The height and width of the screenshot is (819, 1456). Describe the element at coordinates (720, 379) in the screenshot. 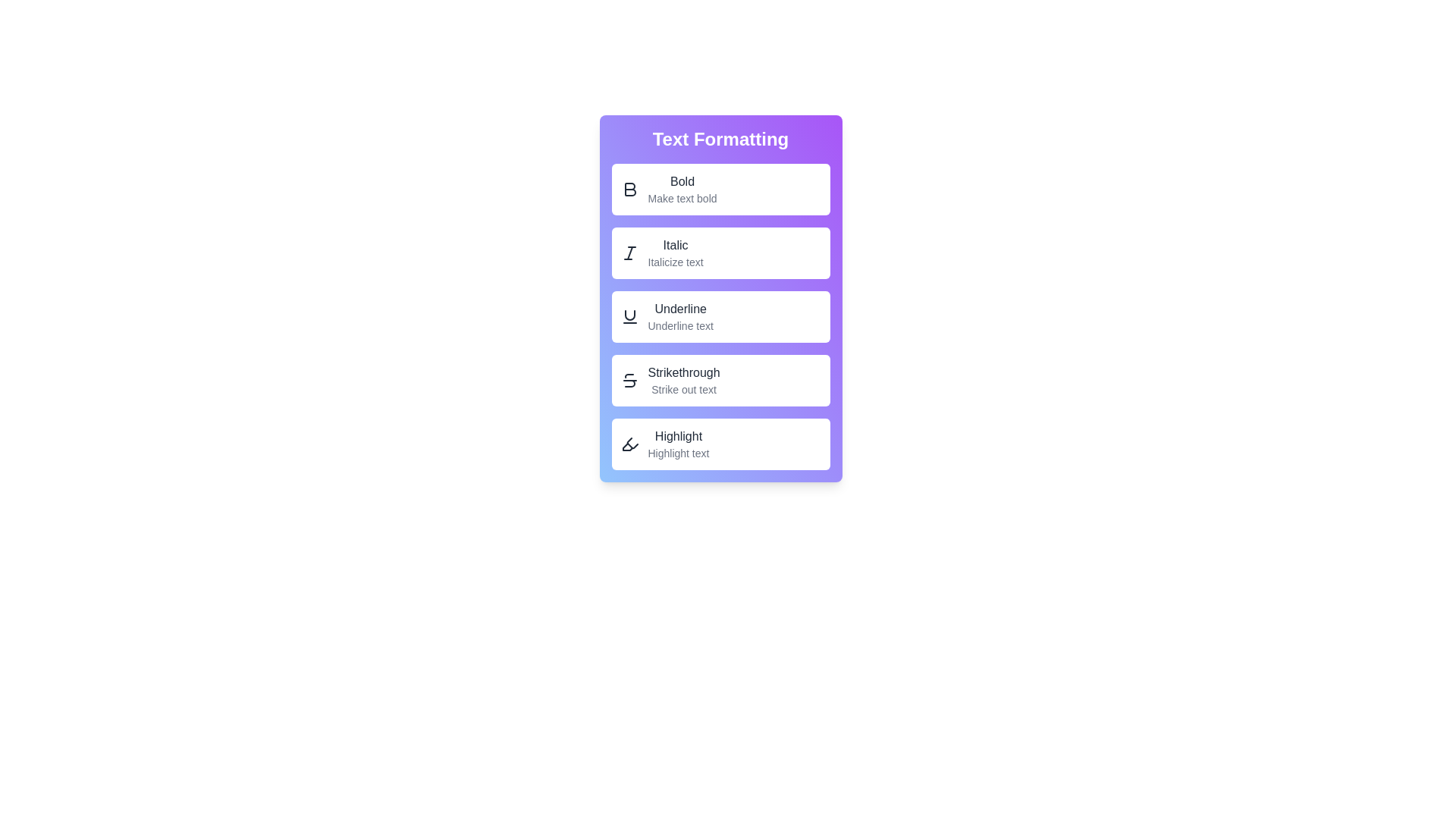

I see `the 'Strikethrough' button to apply strikethrough formatting` at that location.